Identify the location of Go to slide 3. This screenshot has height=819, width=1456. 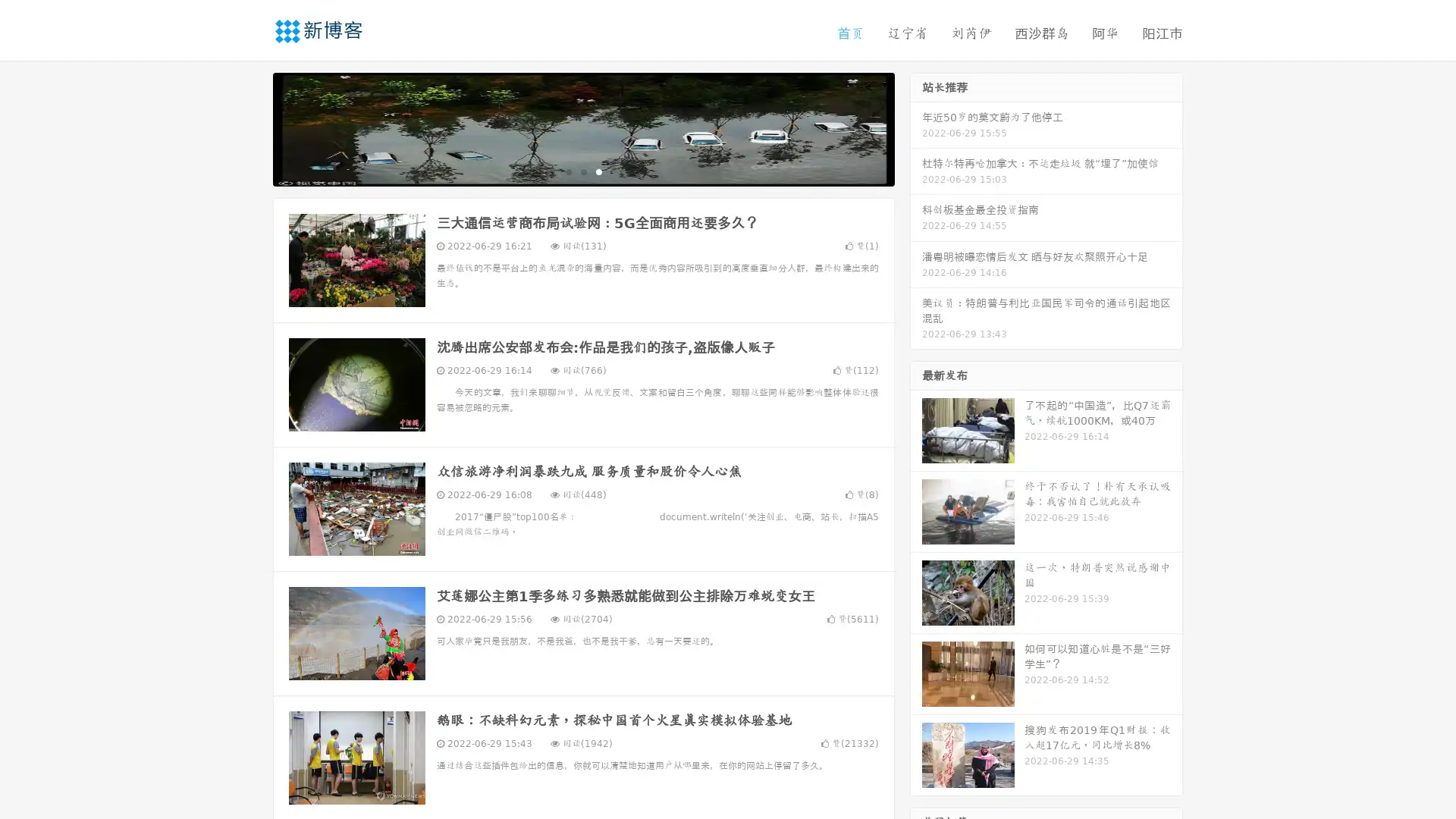
(598, 171).